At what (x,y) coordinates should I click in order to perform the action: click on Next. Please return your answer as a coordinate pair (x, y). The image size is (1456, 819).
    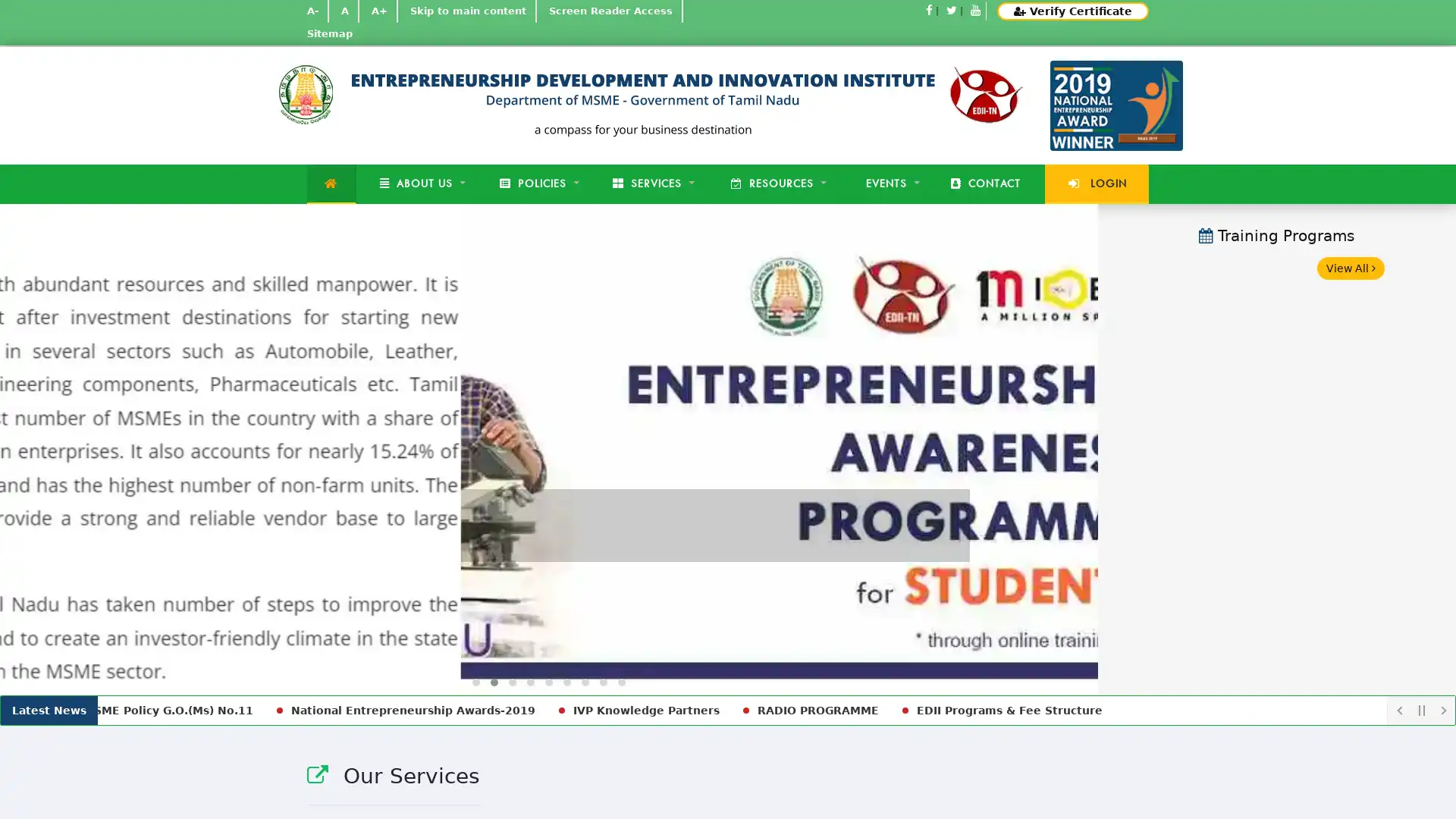
    Looking at the image, I should click on (1065, 433).